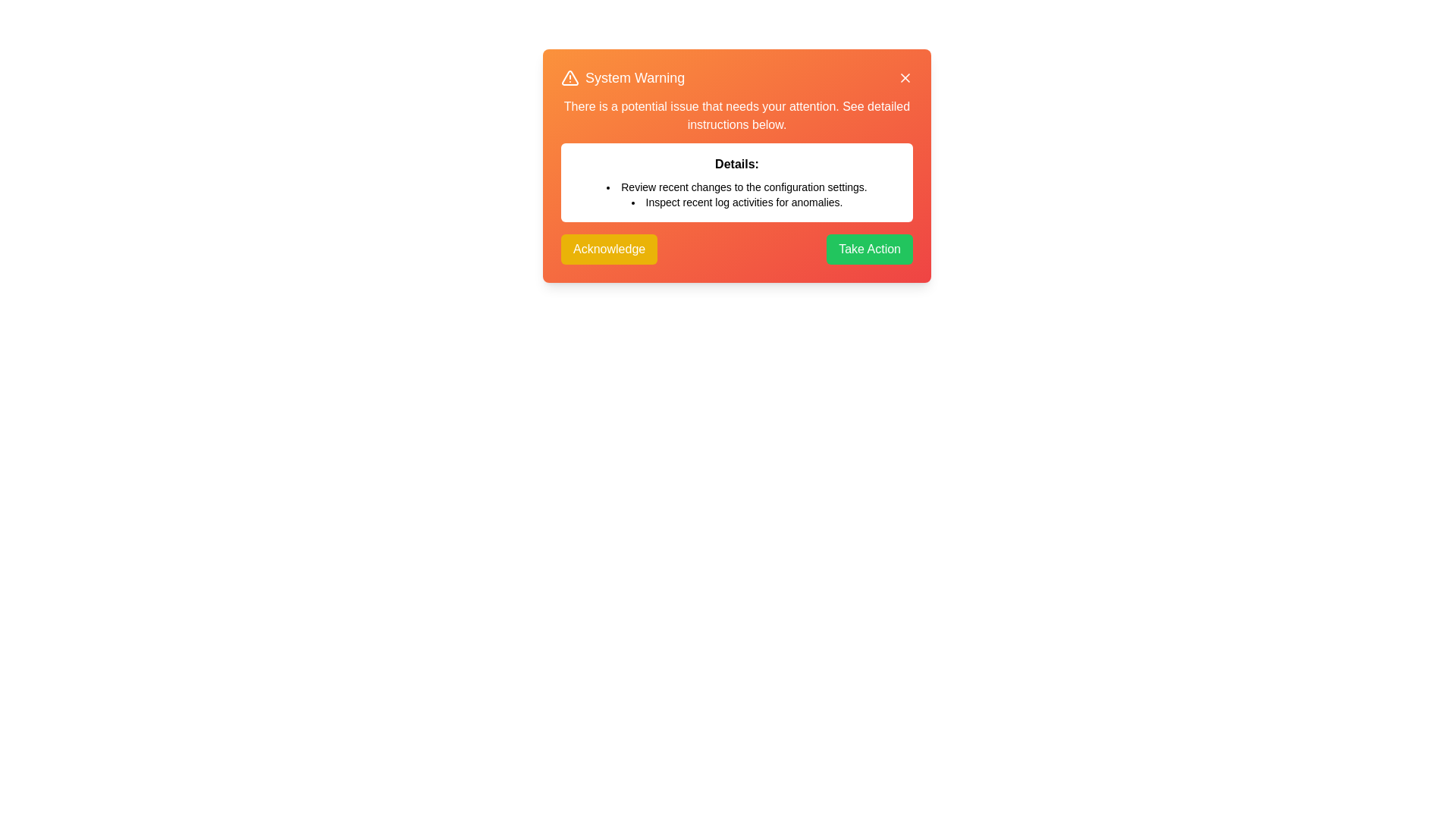 The width and height of the screenshot is (1456, 819). What do you see at coordinates (736, 186) in the screenshot?
I see `informative text labeled 'Review recent changes to the configuration settings.' which is the first entry in the bullet-point list within the 'Details' dialog box` at bounding box center [736, 186].